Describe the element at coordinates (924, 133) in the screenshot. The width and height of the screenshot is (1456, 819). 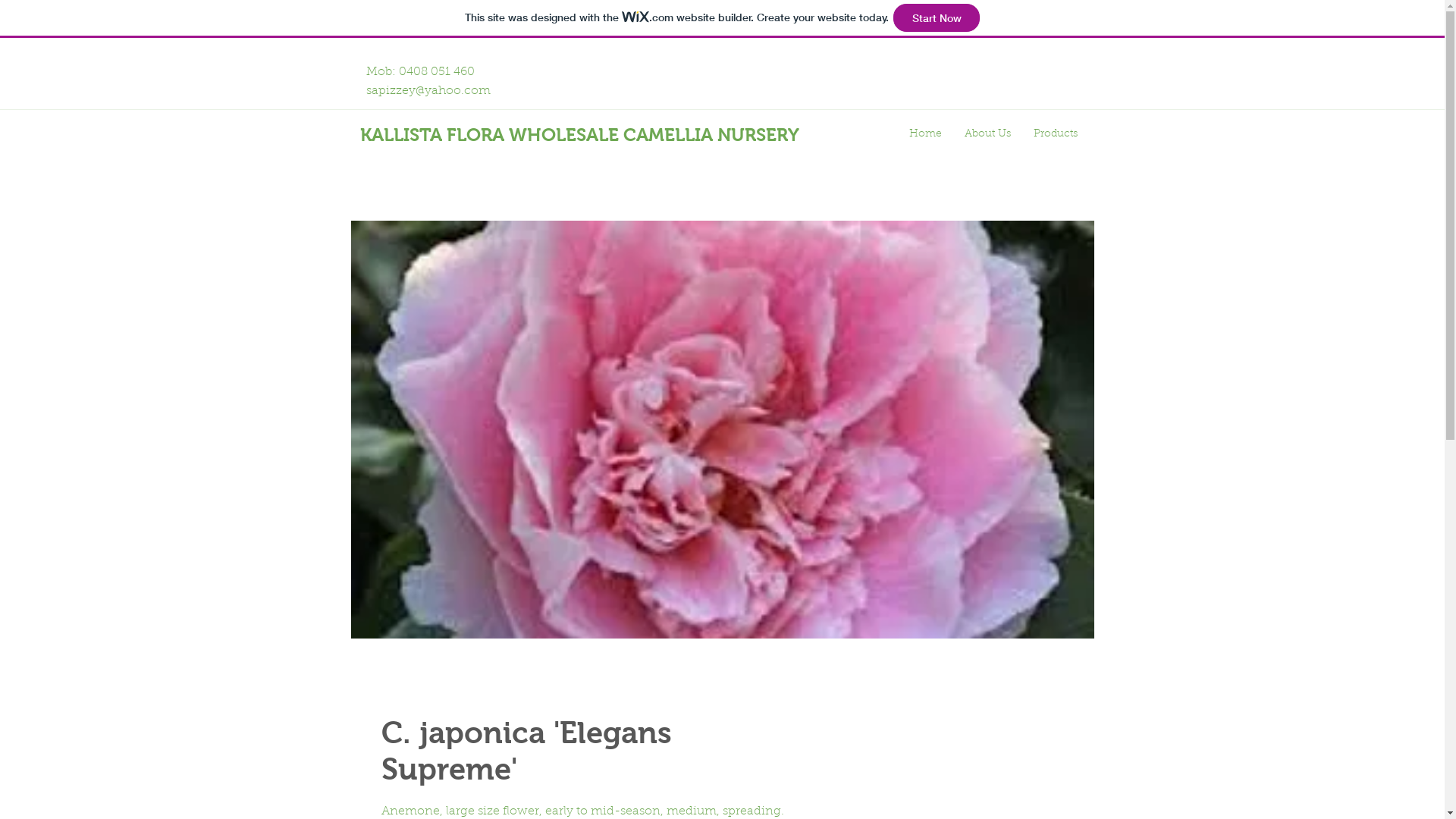
I see `'Home'` at that location.